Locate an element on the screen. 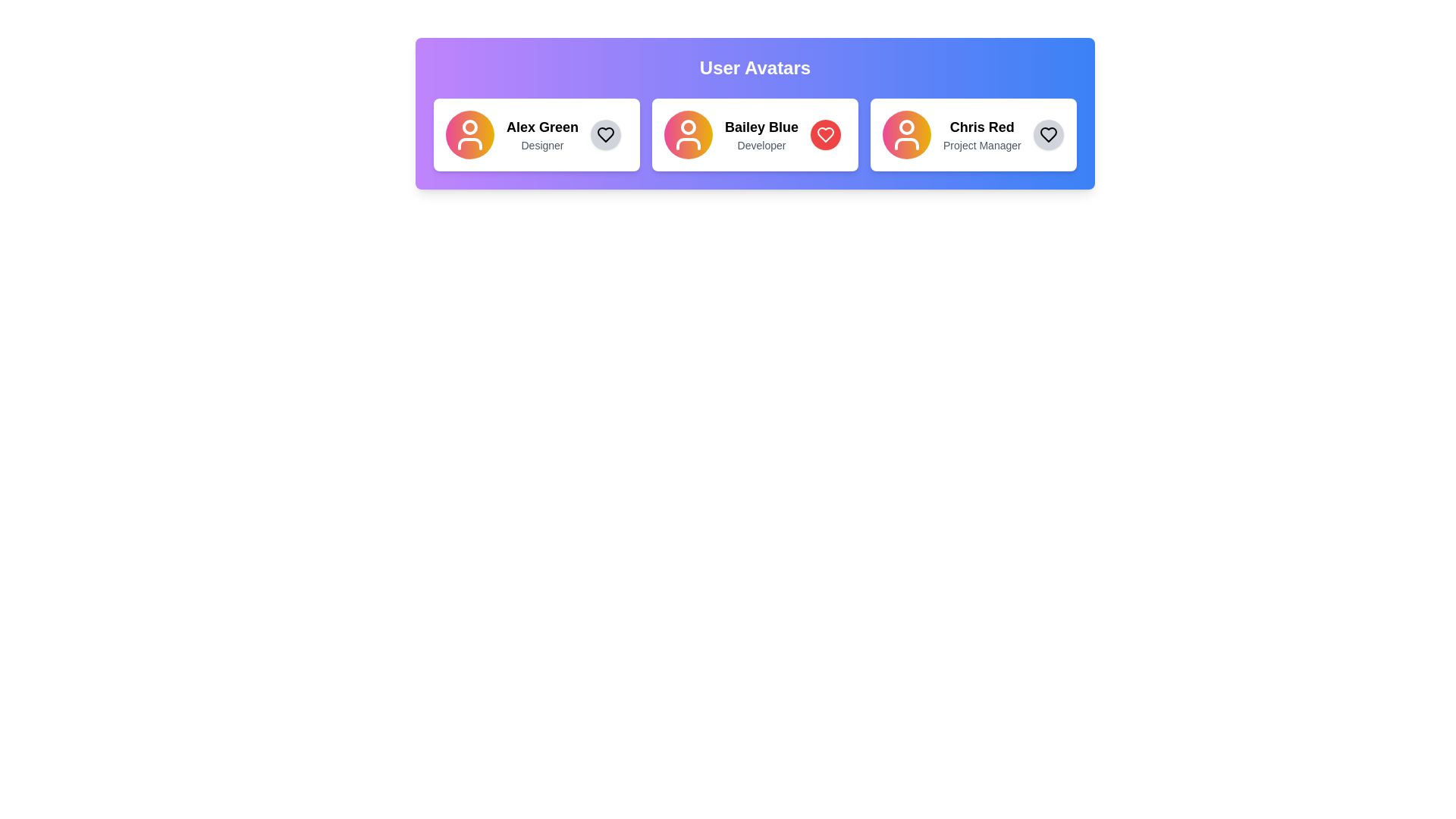 The height and width of the screenshot is (819, 1456). the heart icon with a black outline representing a non-filled state is located at coordinates (605, 133).